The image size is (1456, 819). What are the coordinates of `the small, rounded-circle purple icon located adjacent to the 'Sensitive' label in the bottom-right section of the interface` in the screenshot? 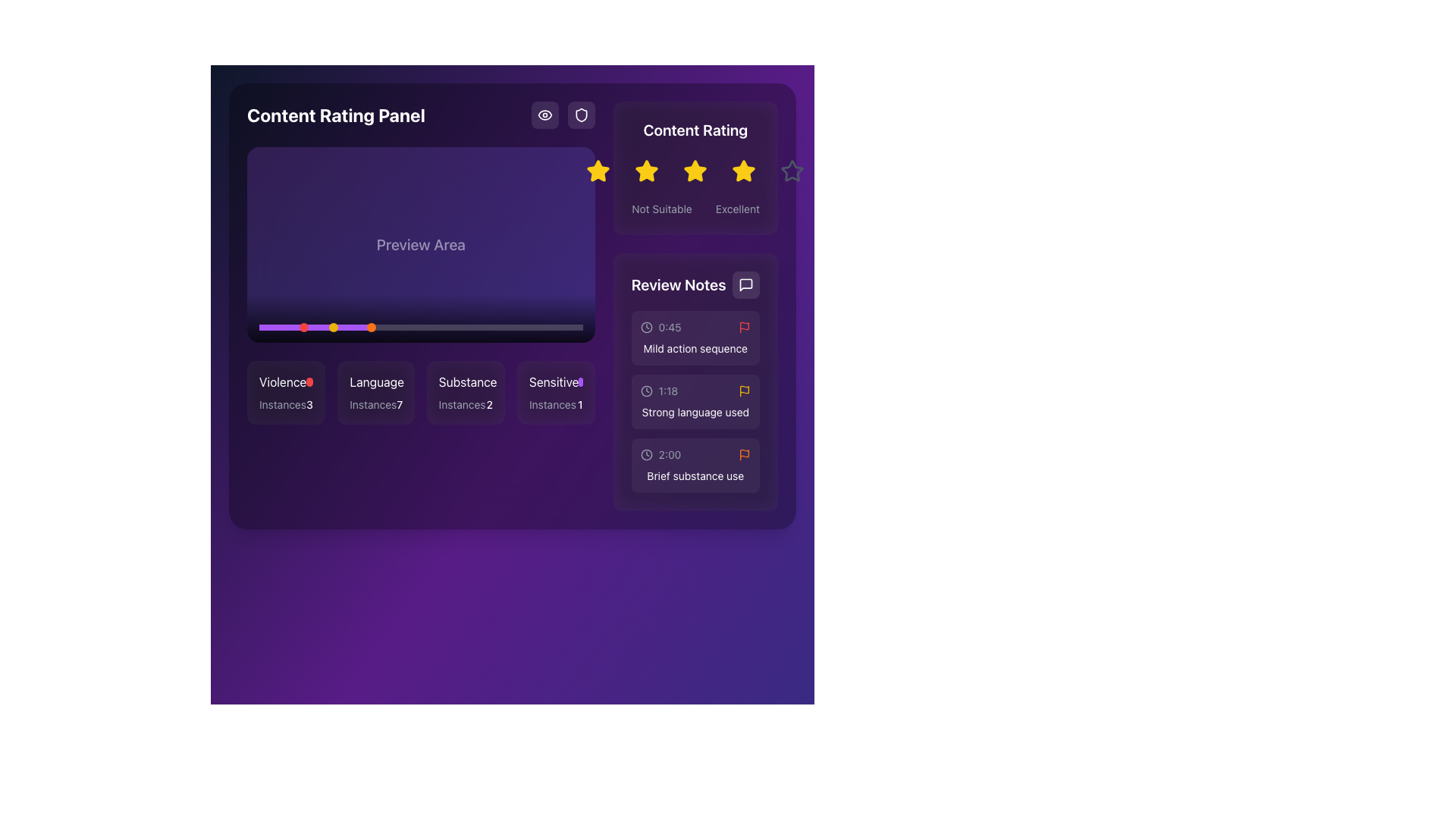 It's located at (580, 381).